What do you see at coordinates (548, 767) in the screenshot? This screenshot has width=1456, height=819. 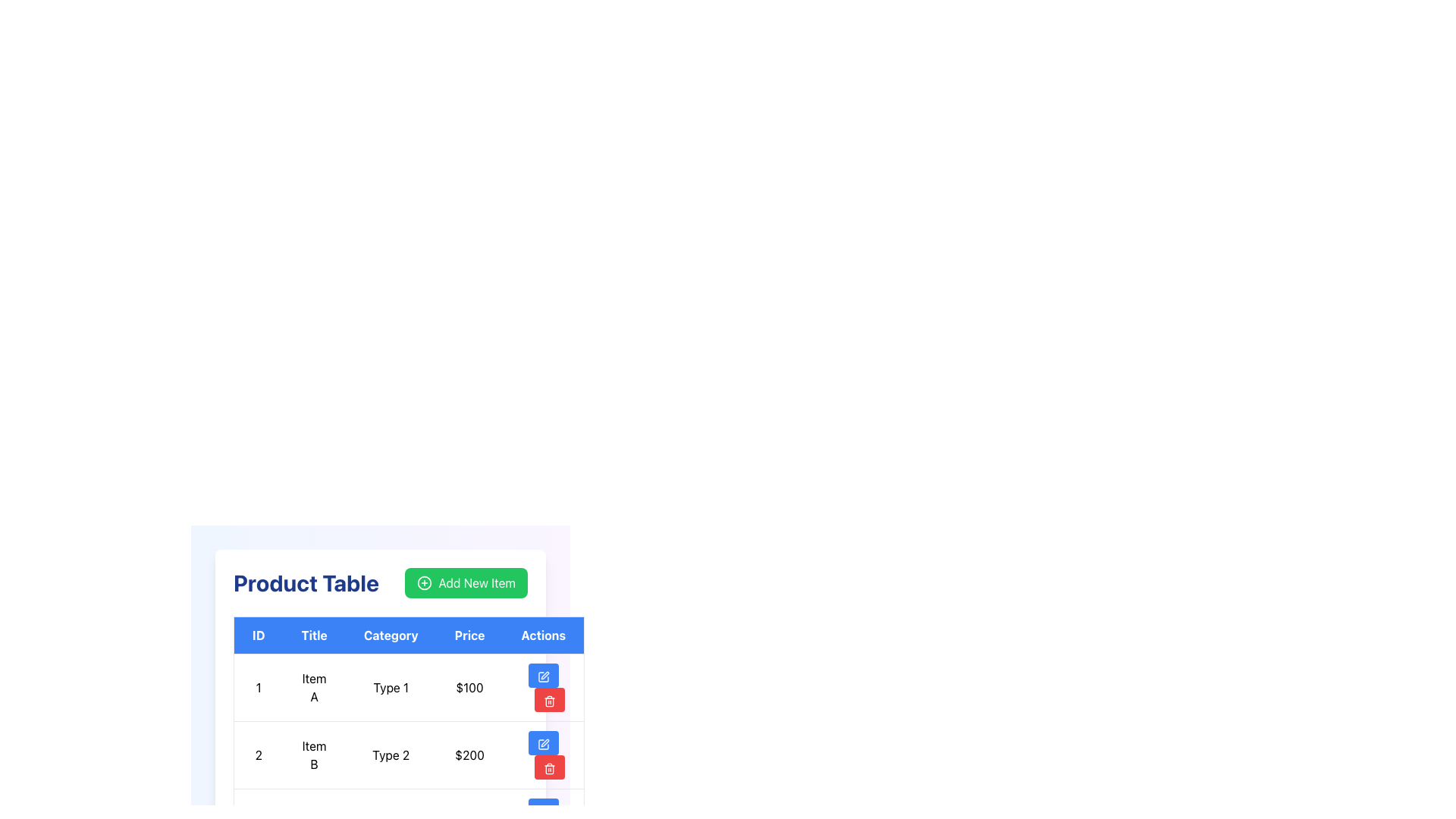 I see `the red rectangular button with a white trash can icon located in the second row of the 'Actions' column in the table` at bounding box center [548, 767].